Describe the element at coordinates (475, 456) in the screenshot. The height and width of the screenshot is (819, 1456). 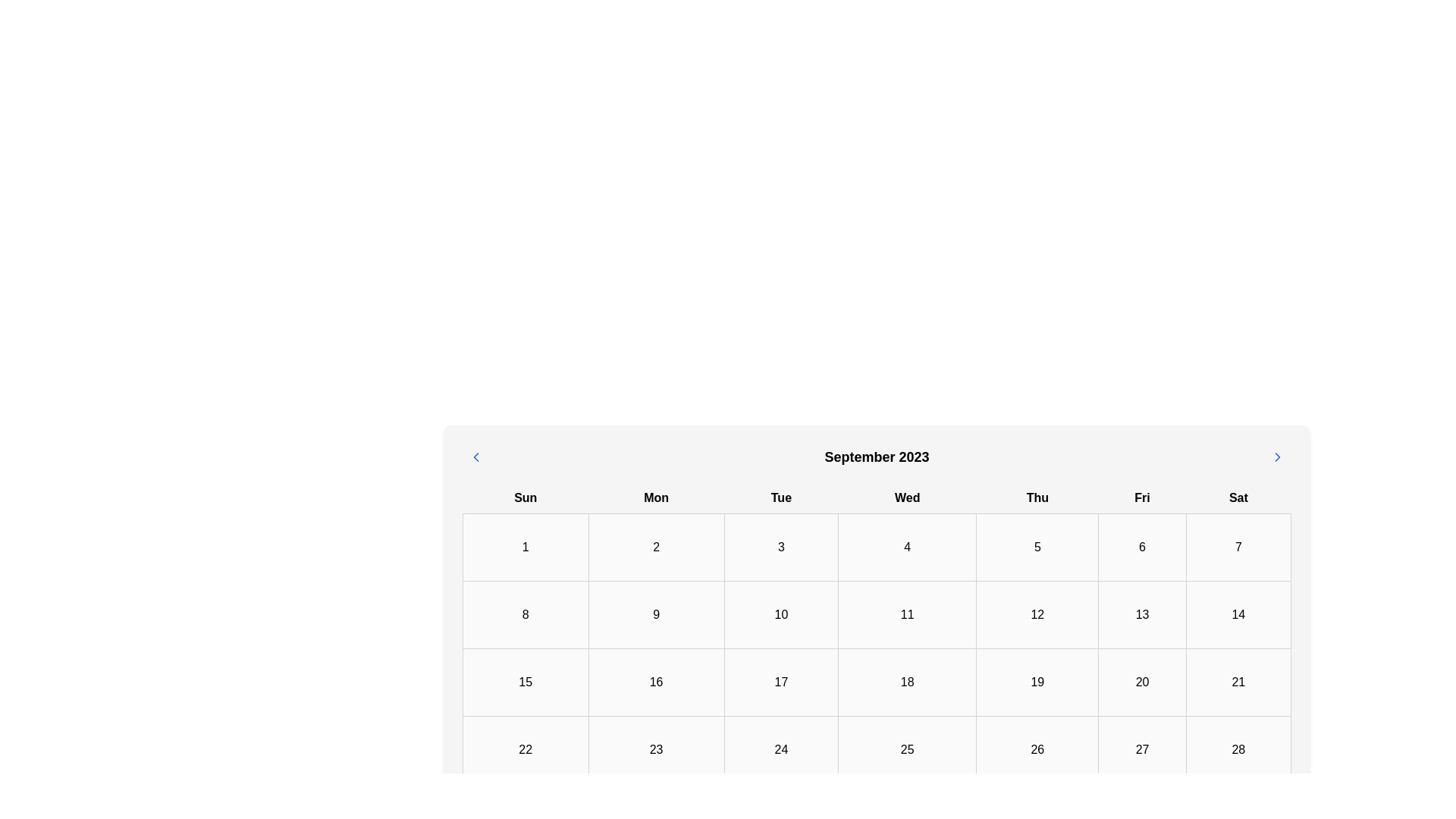
I see `the button on the left side of the calendar interface` at that location.